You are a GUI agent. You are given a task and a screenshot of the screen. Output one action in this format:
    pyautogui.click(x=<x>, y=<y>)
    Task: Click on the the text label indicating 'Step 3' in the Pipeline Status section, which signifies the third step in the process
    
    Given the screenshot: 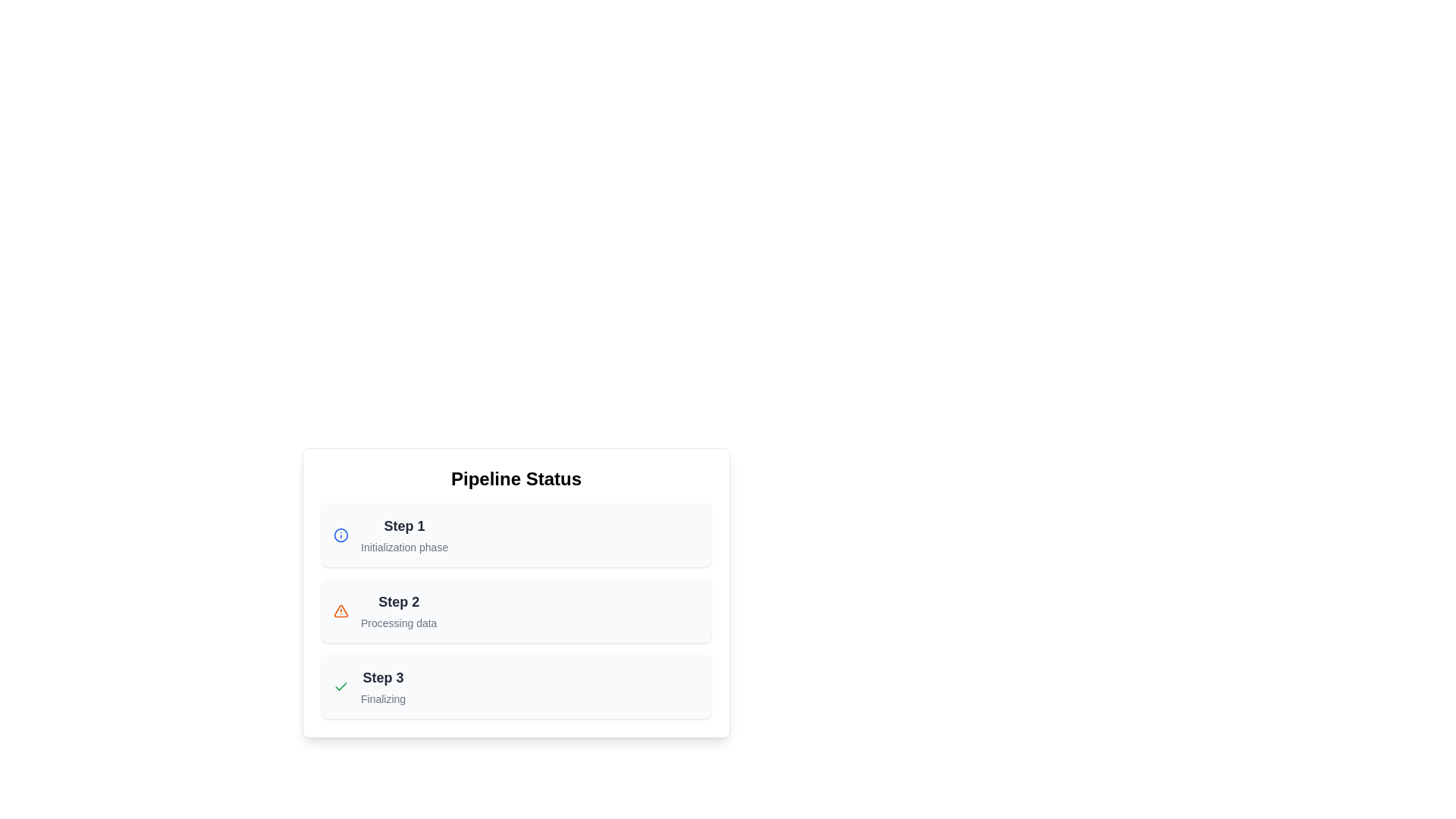 What is the action you would take?
    pyautogui.click(x=383, y=677)
    